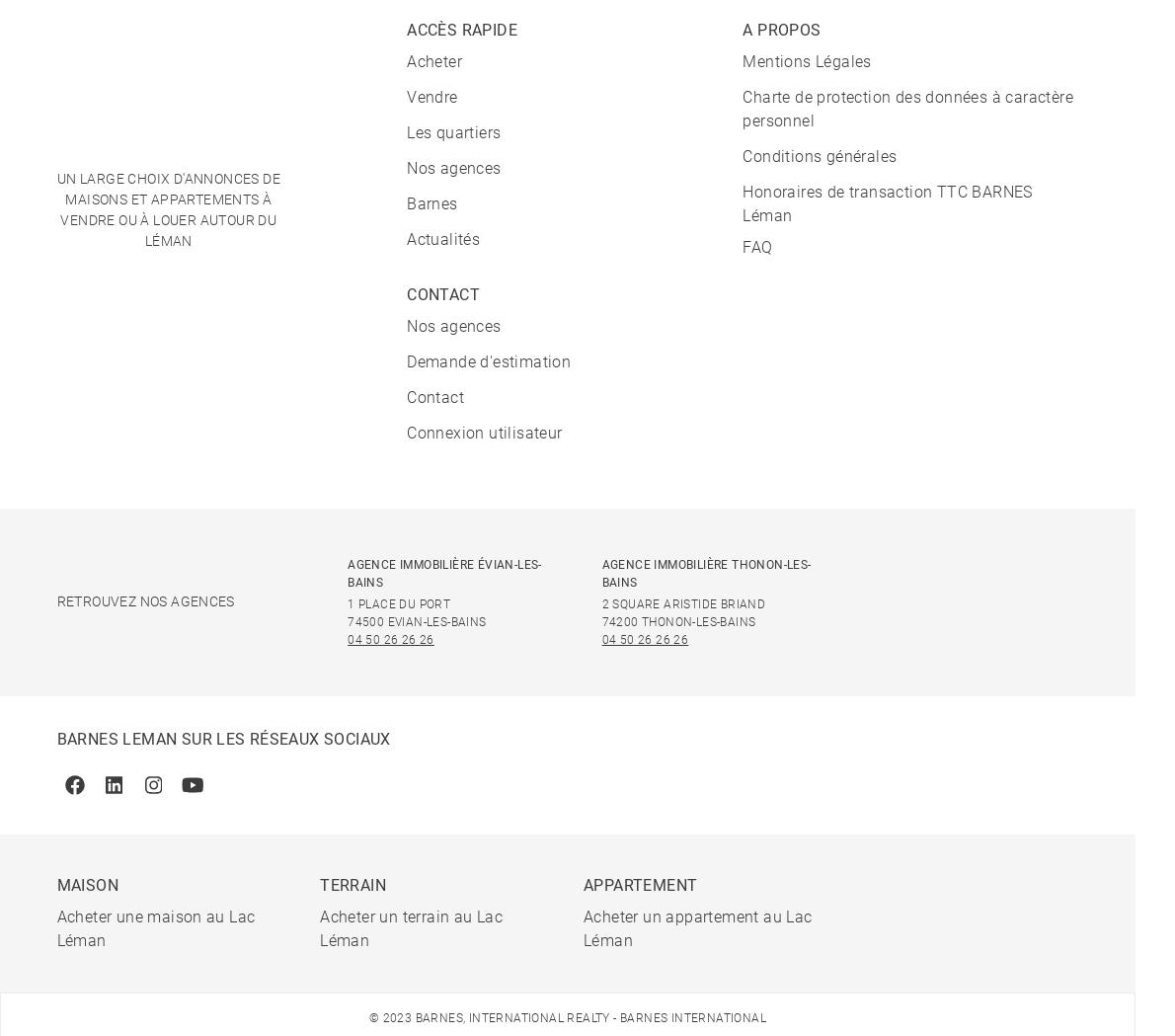 Image resolution: width=1175 pixels, height=1036 pixels. What do you see at coordinates (443, 571) in the screenshot?
I see `'Agence immobilière Évian-les-Bains'` at bounding box center [443, 571].